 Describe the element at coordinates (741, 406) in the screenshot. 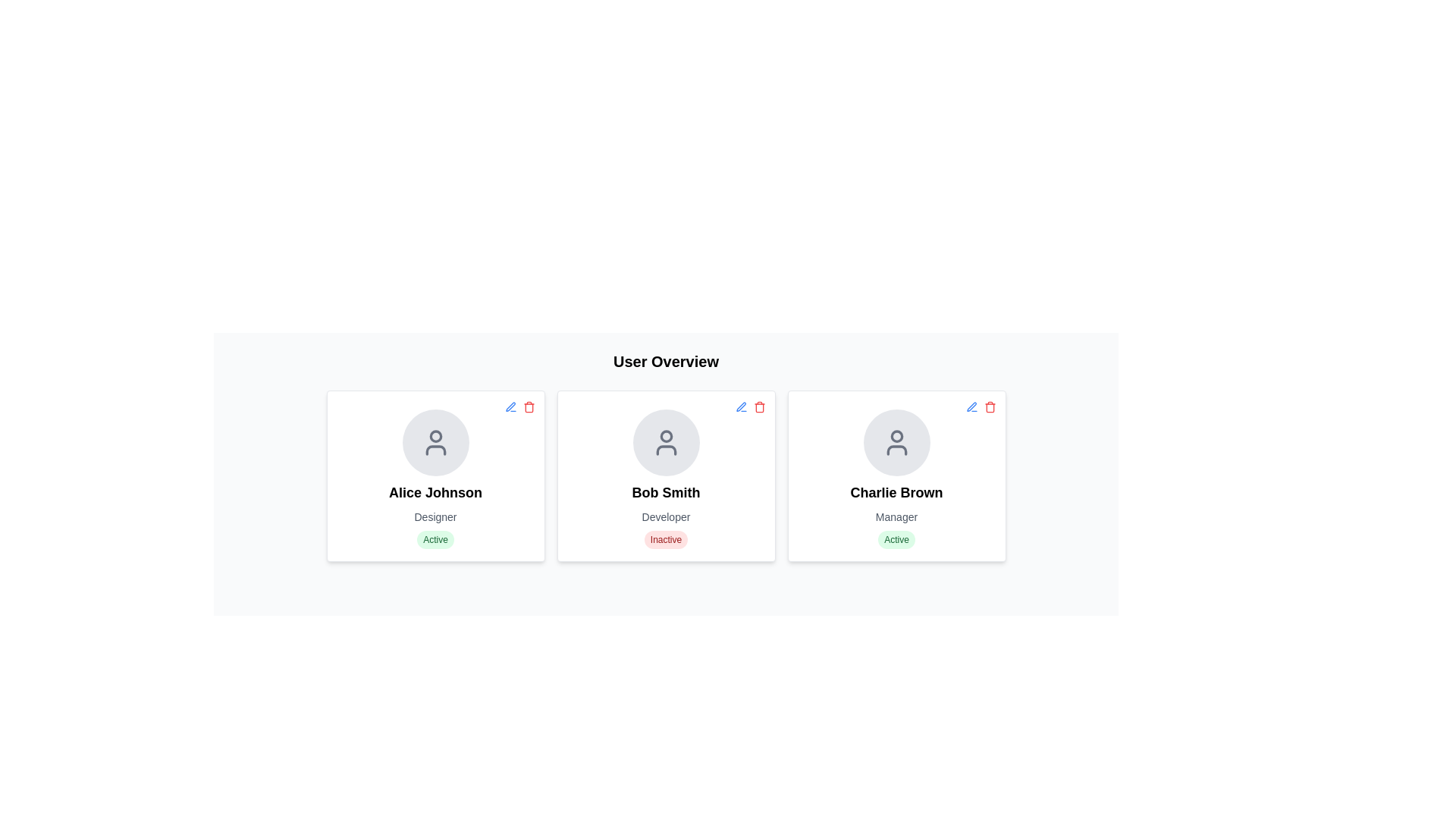

I see `the edit button represented by a blue pencil icon located in the top-right corner of Bob Smith's profile card` at that location.